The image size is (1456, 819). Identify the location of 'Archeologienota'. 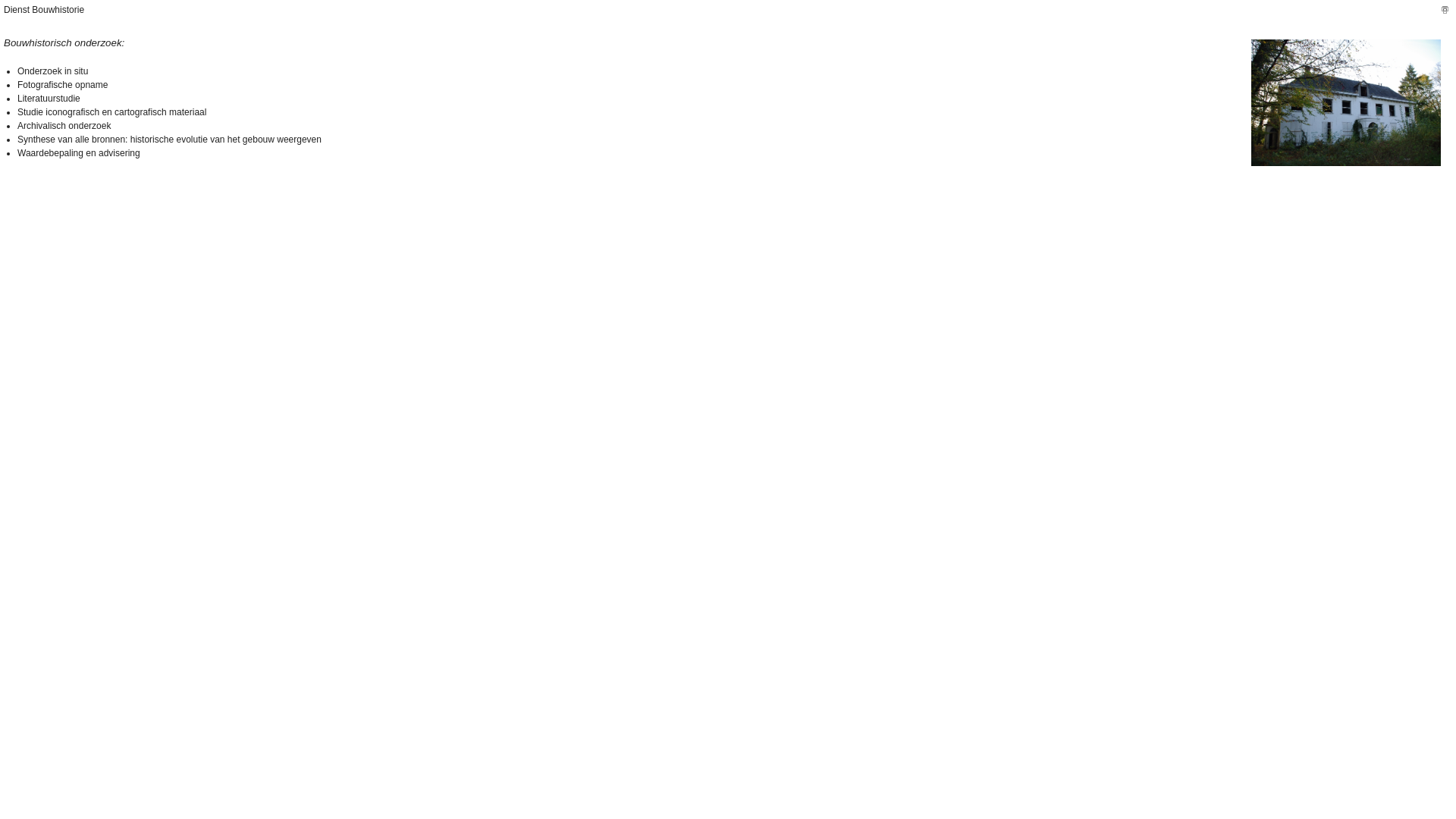
(1346, 102).